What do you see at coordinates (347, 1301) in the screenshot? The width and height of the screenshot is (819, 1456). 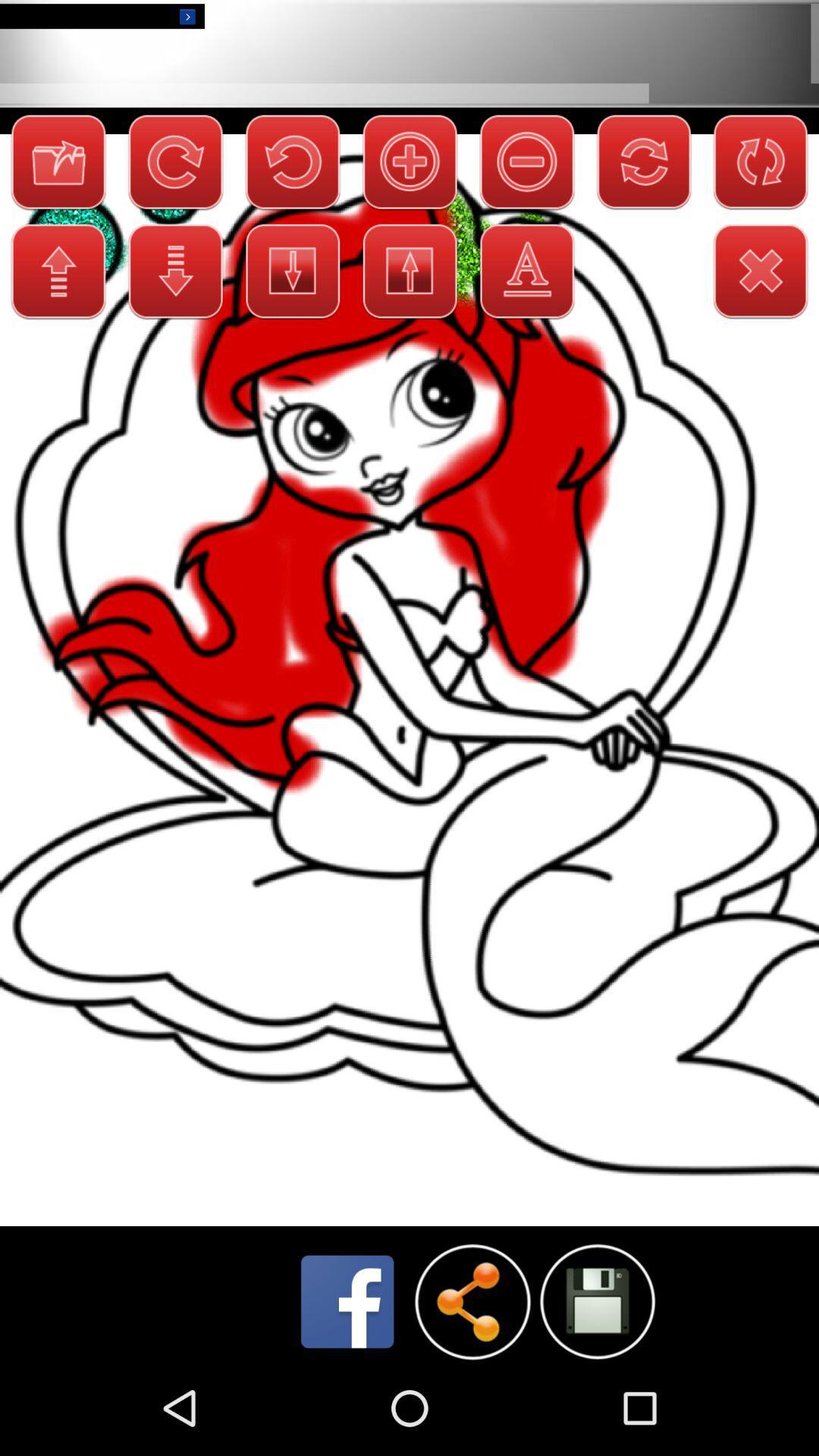 I see `post to facebook` at bounding box center [347, 1301].